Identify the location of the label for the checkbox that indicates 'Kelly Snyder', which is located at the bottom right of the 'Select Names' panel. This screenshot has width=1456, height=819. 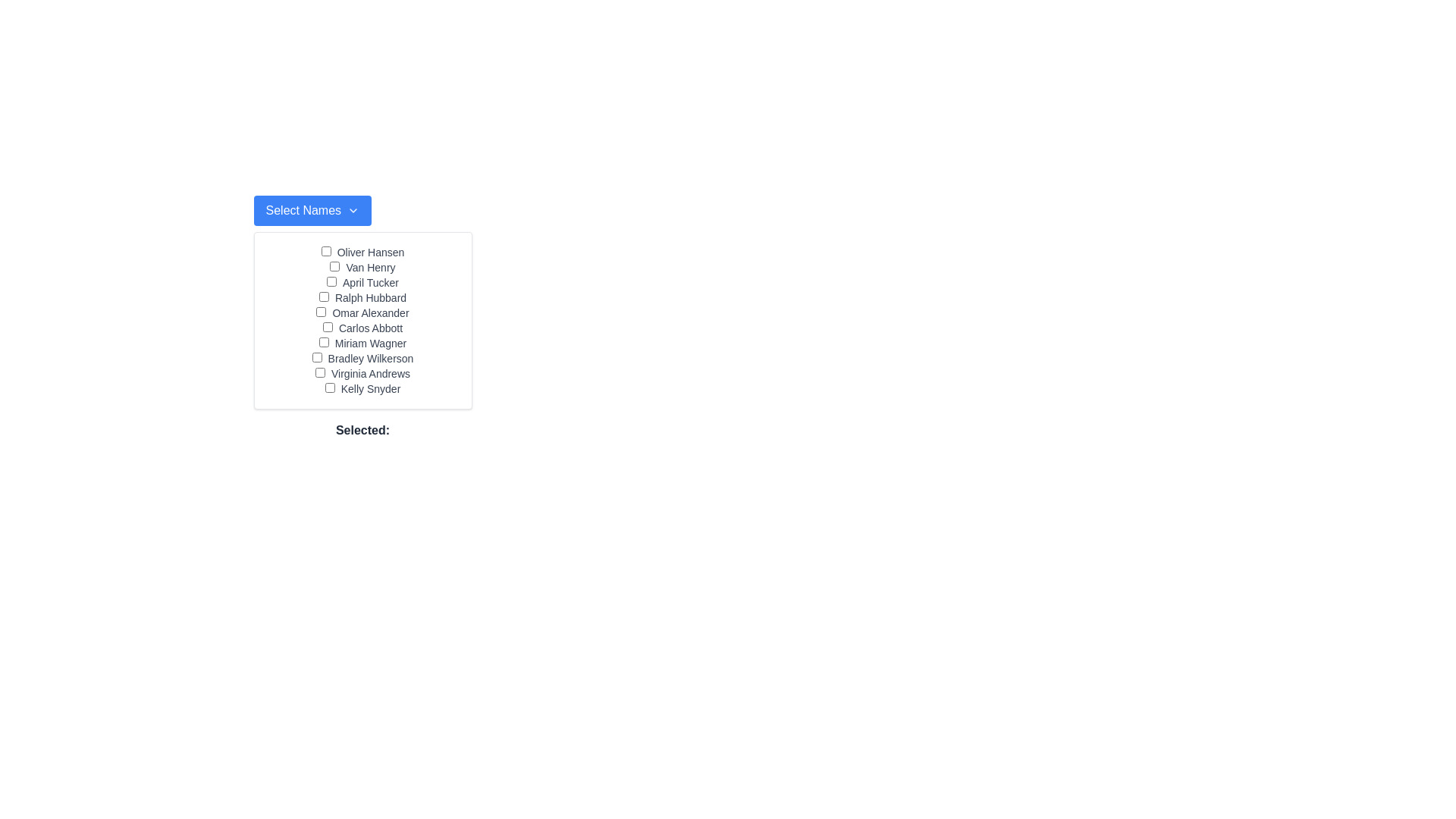
(362, 388).